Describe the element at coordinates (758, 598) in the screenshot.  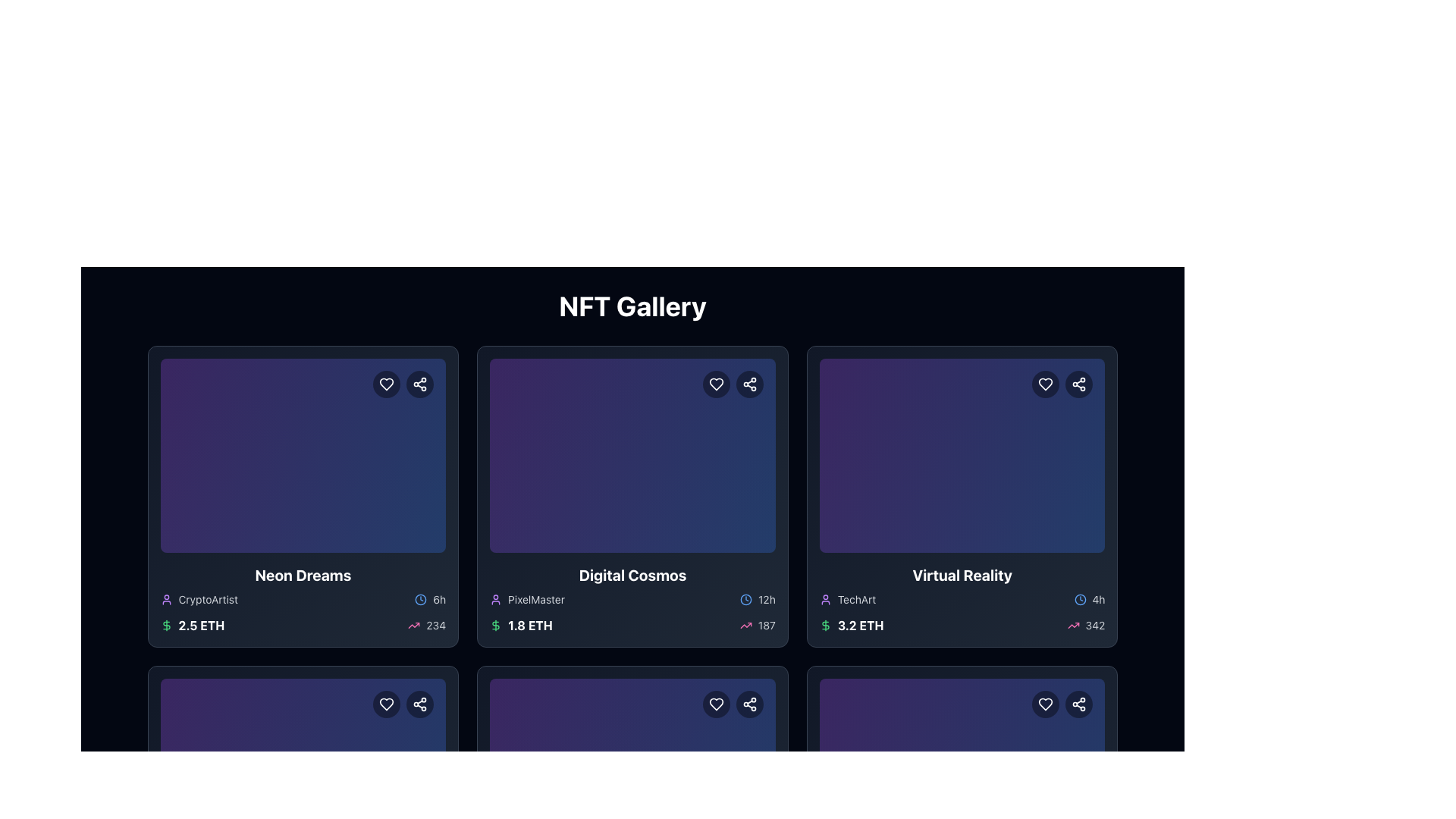
I see `the time indicator element, which consists of a blue clock icon followed by the text '12h', located in the lower right section of the 'Digital Cosmos' card` at that location.